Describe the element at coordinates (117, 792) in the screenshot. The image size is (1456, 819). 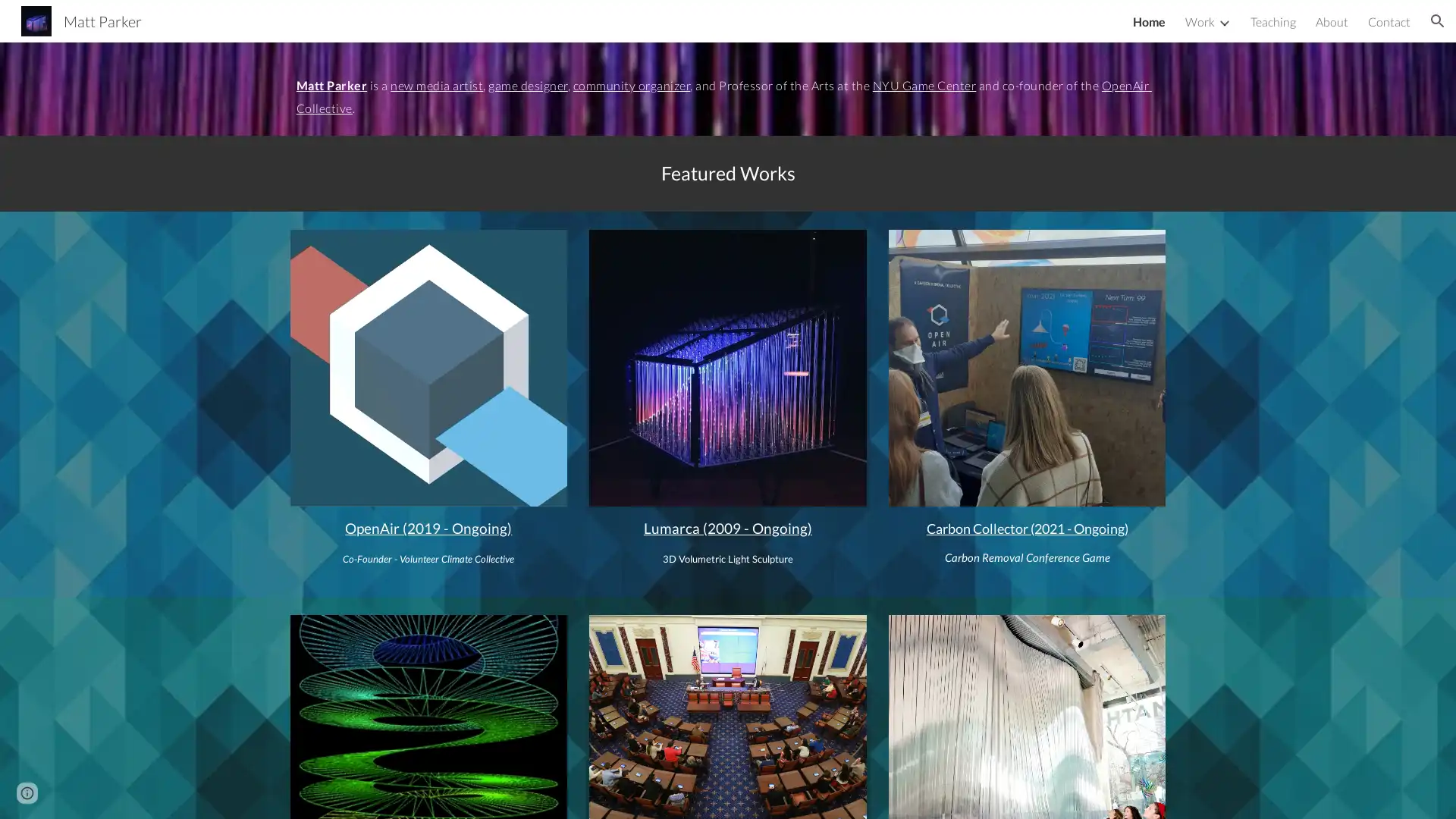
I see `Google Sites` at that location.